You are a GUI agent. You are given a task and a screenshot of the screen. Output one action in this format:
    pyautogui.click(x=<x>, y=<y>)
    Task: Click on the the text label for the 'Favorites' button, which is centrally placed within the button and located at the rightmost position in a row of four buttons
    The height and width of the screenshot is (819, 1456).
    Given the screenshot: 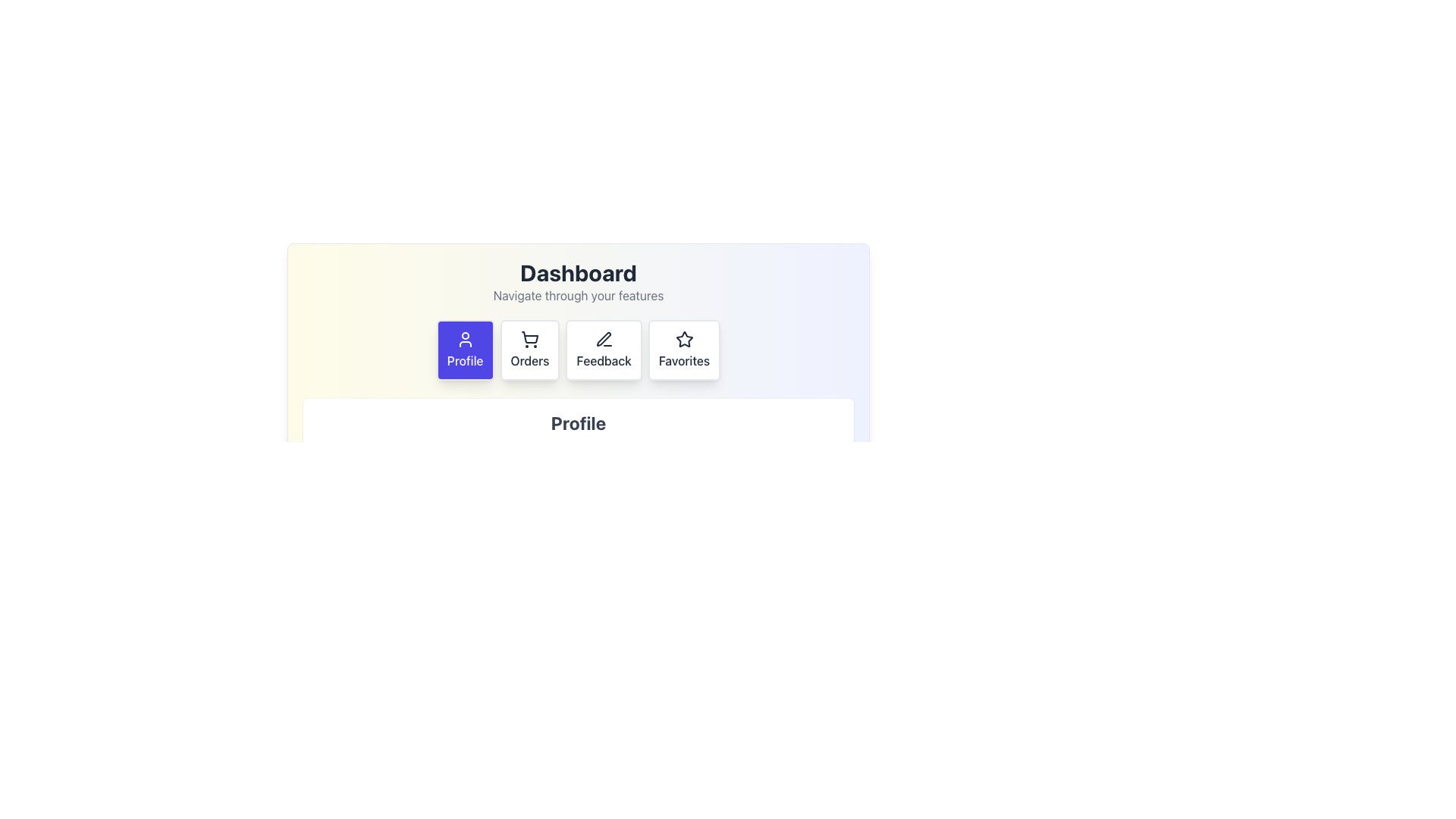 What is the action you would take?
    pyautogui.click(x=683, y=360)
    